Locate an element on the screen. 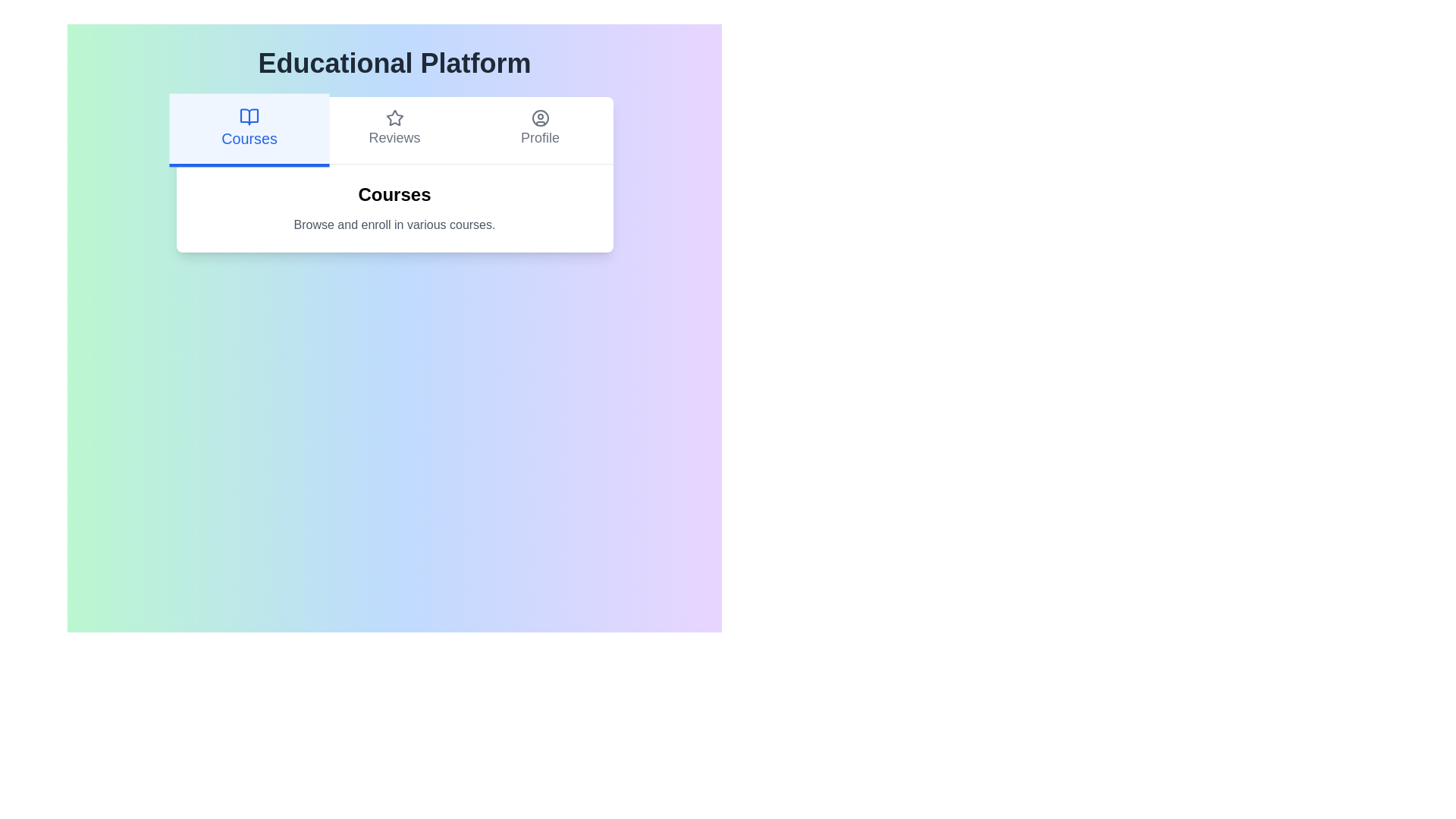 This screenshot has height=819, width=1456. the Reviews tab to switch views is located at coordinates (394, 130).